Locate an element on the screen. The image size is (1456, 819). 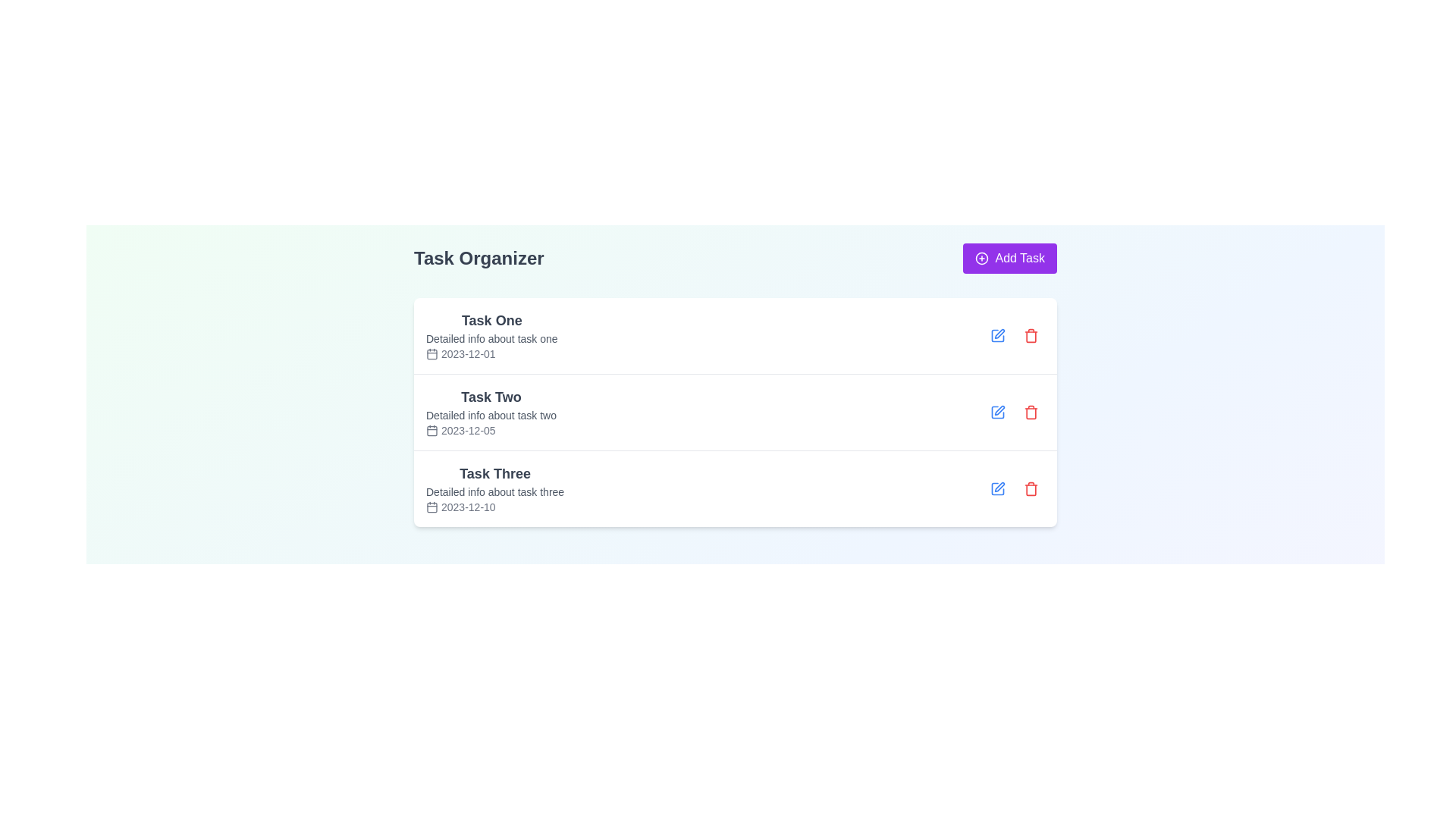
the blue pencil icon button used for editing actions in the 'Task Three' row is located at coordinates (997, 488).